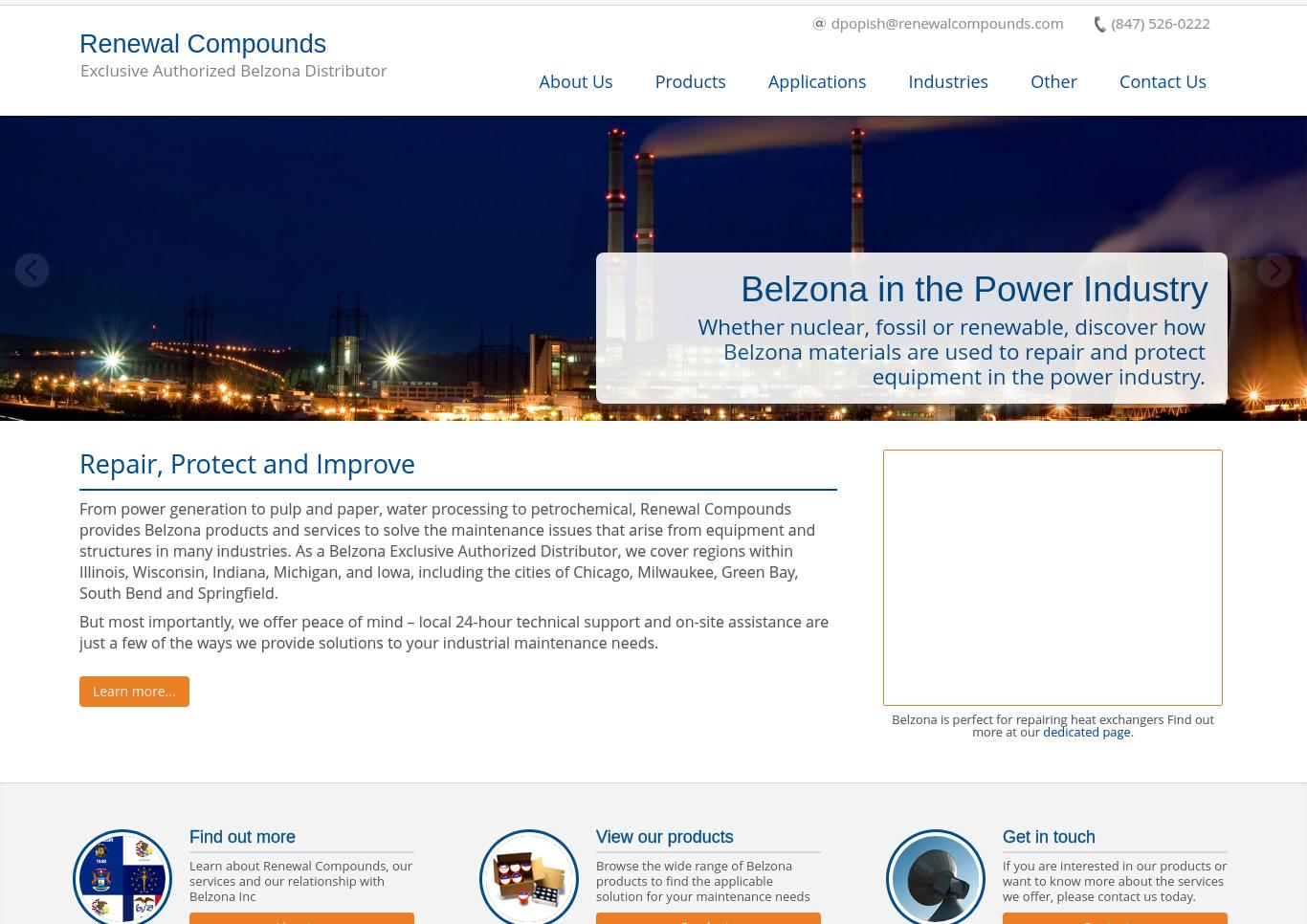 The image size is (1307, 924). I want to click on 'From power generation to pulp and paper, water processing to petrochemical, Renewal Compounds provides Belzona products and services to solve     the maintenance issues that arise from equipment and structures in many industries. As a Belzona Exclusive Authorized Distributor, we cover      regions within Illinois, Wisconsin, Indiana, Michigan, and Iowa, including the cities of Chicago, Milwaukee, Green Bay, South Bend and           Springfield.', so click(447, 550).